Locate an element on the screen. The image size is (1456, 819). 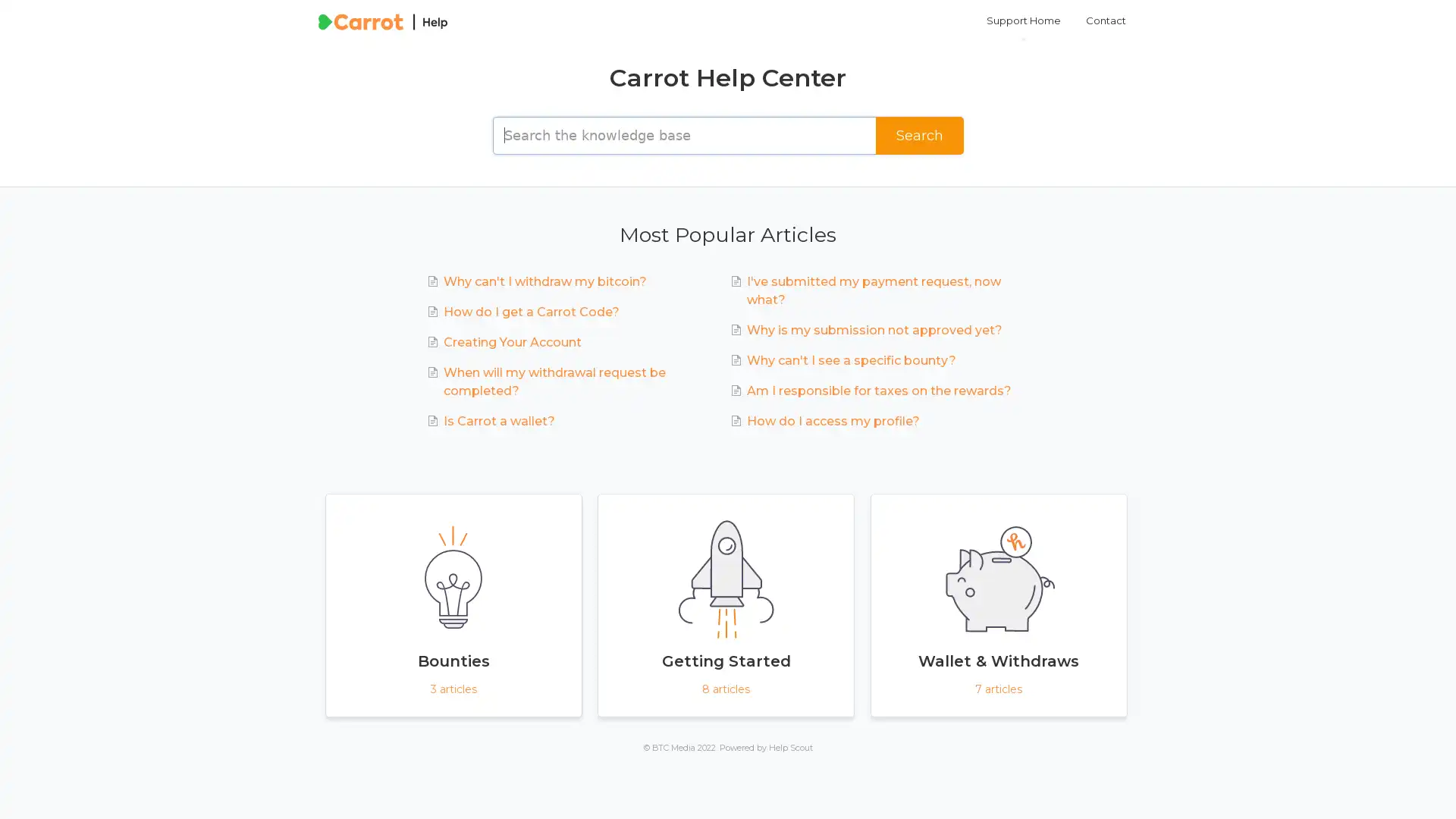
Search is located at coordinates (919, 133).